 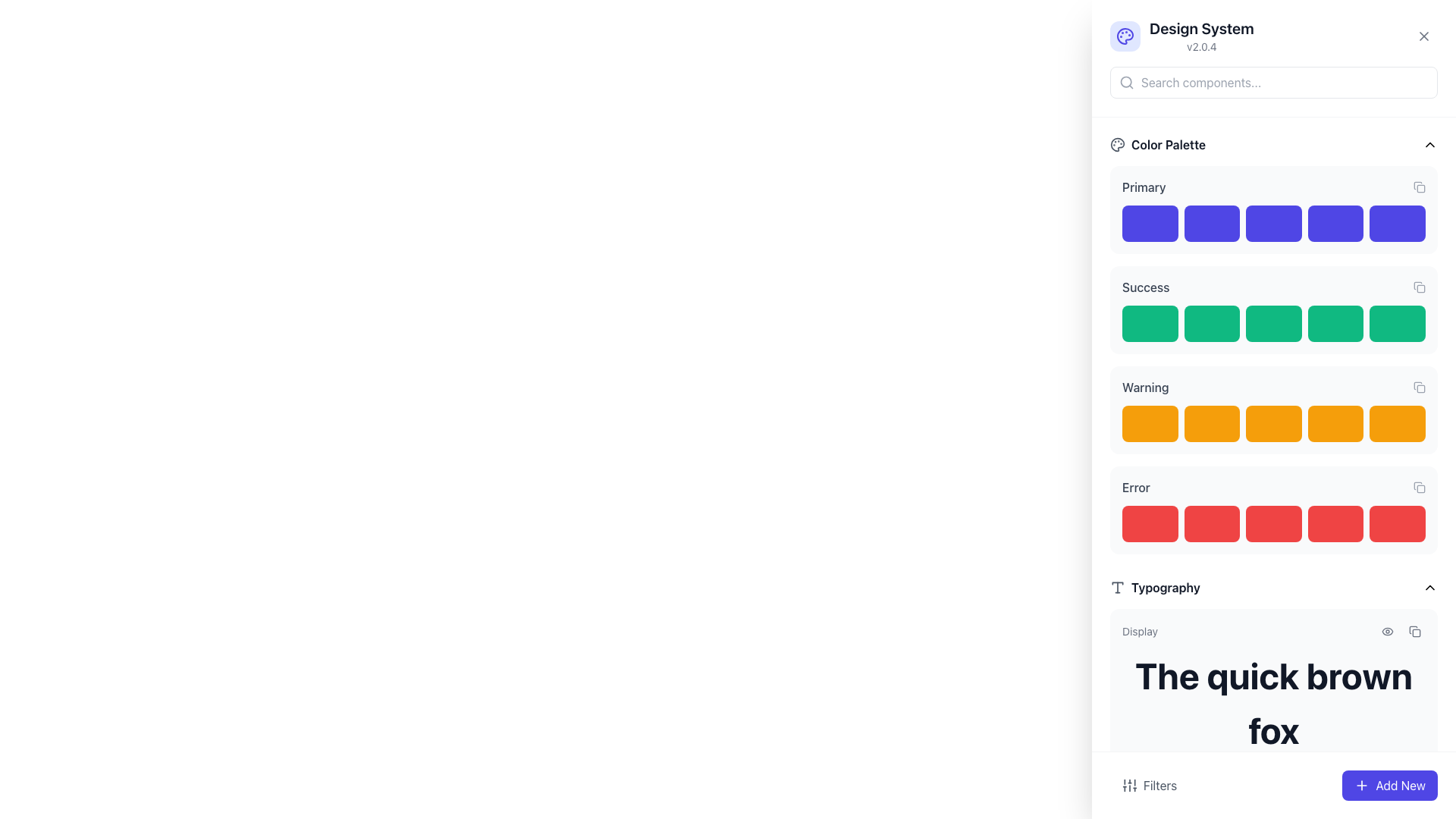 What do you see at coordinates (1420, 488) in the screenshot?
I see `the copy icon located at the right end of the horizontal row of red boxes in the 'Error' section to copy the associated information` at bounding box center [1420, 488].